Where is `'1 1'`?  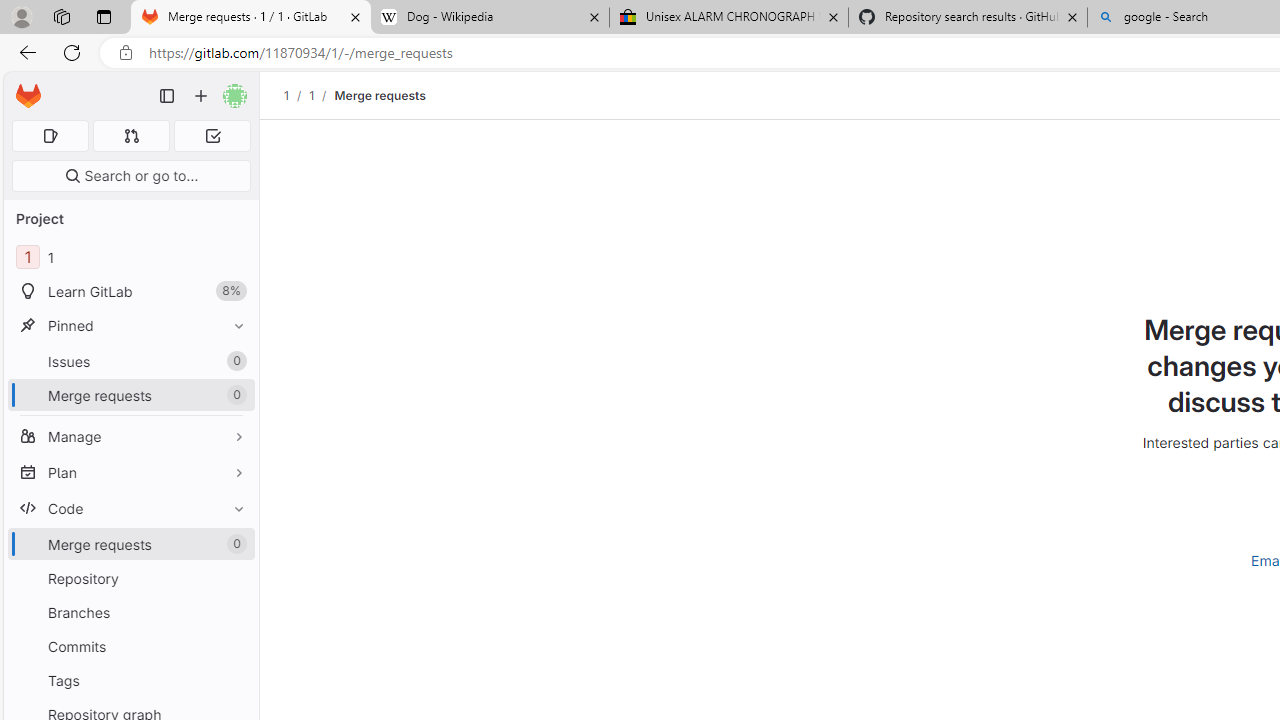 '1 1' is located at coordinates (130, 256).